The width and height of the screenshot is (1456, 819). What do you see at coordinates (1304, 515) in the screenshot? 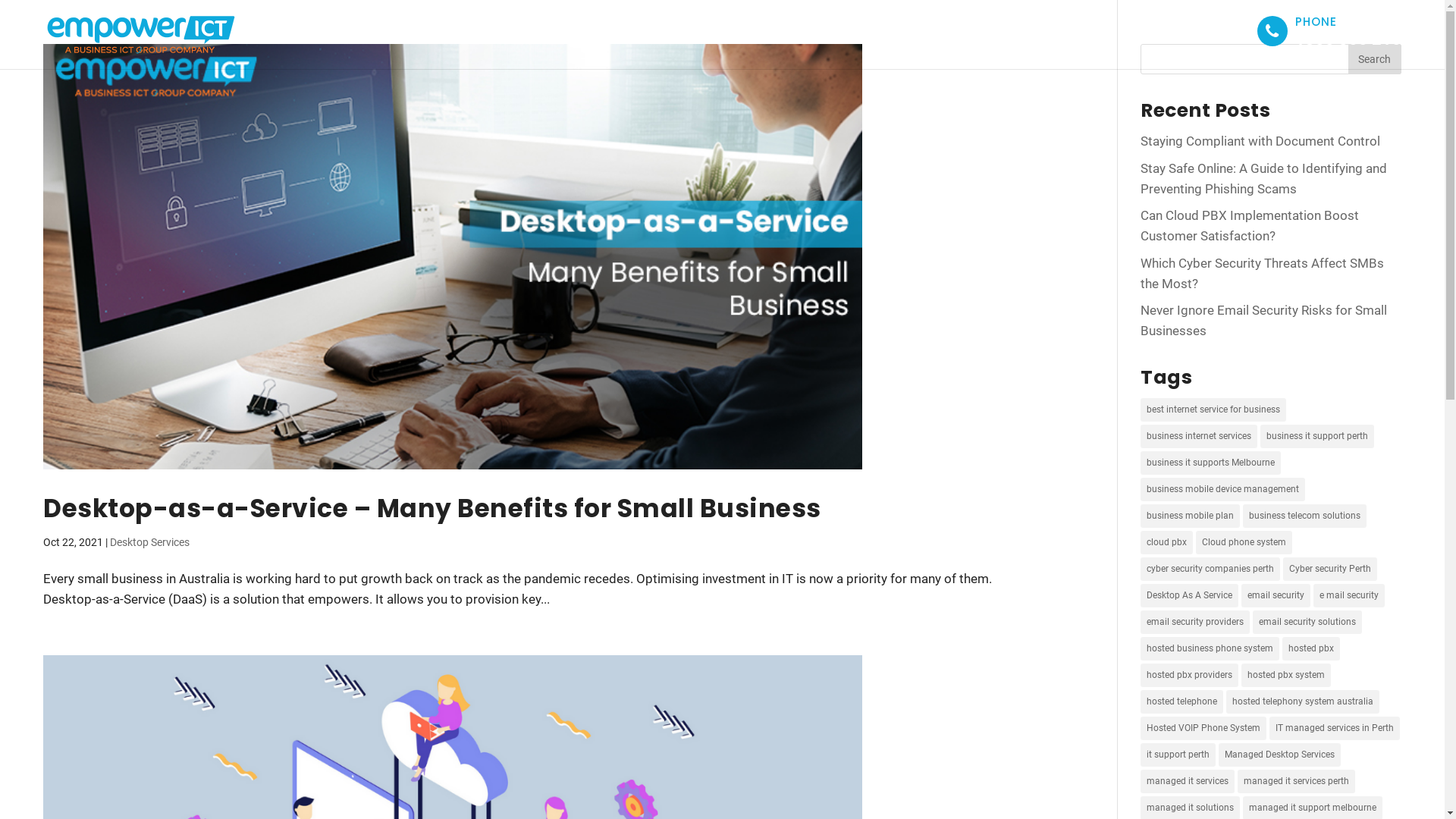
I see `'business telecom solutions'` at bounding box center [1304, 515].